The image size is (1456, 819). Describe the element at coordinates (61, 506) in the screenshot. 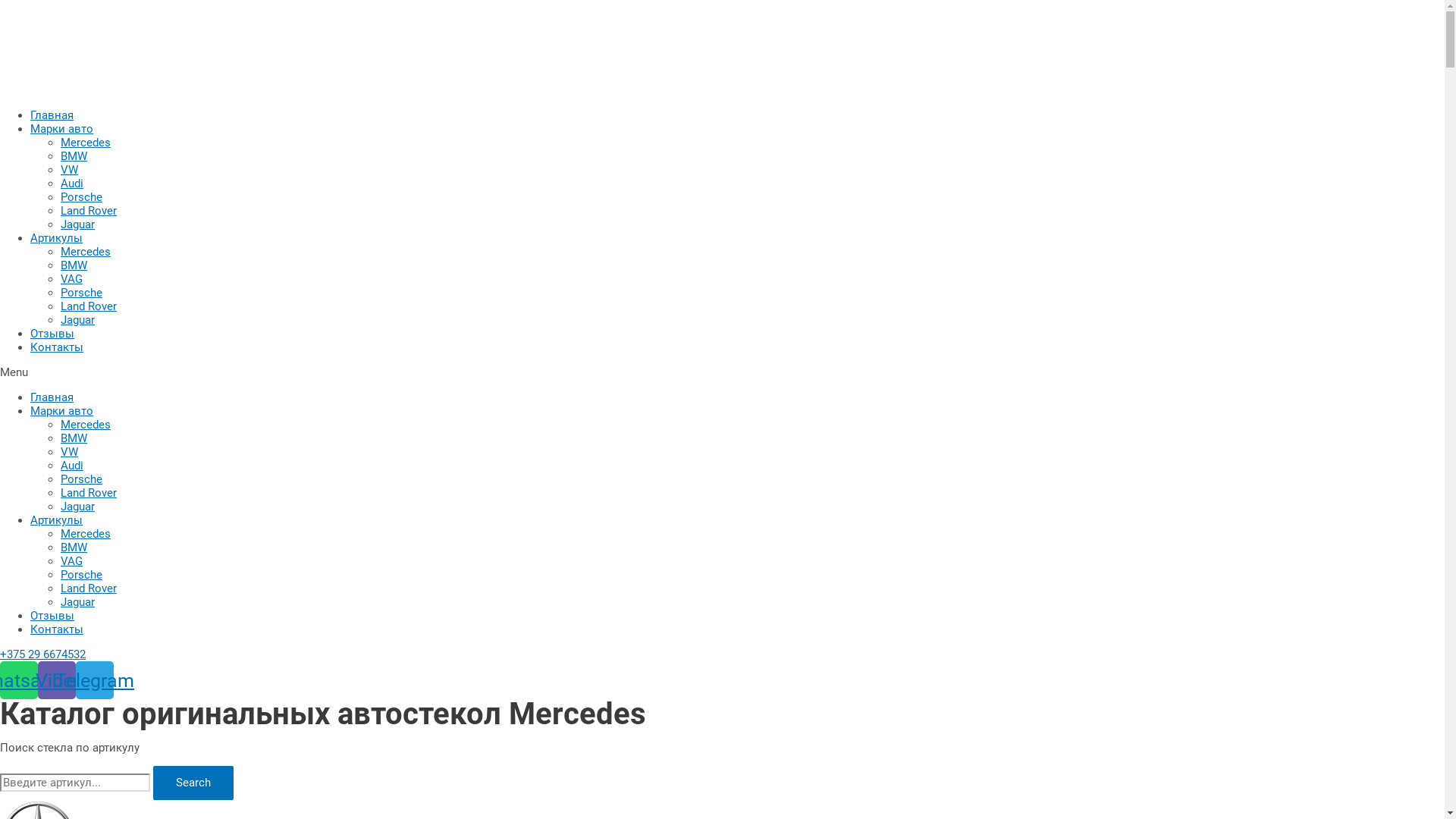

I see `'Jaguar'` at that location.